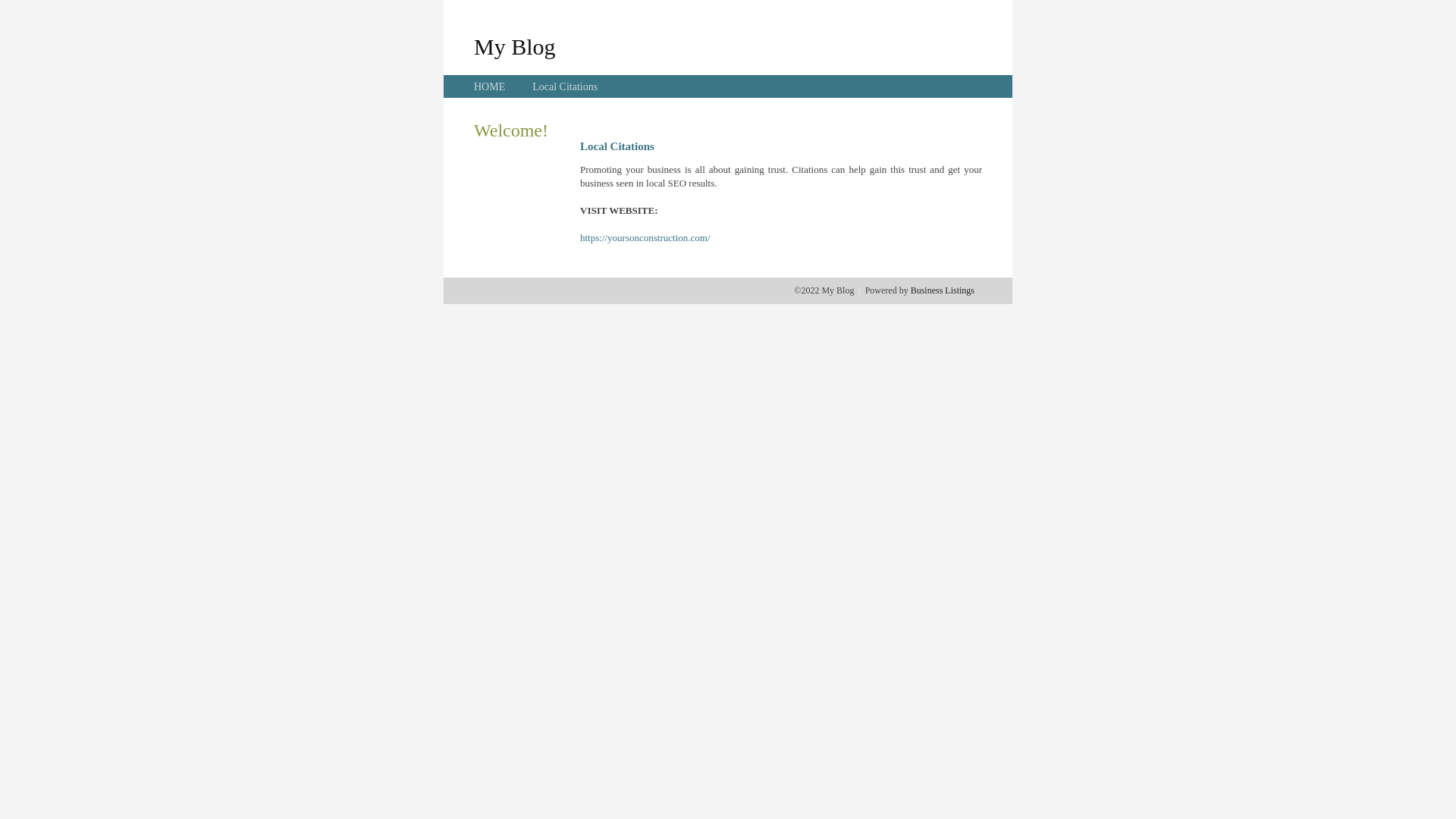  What do you see at coordinates (910, 290) in the screenshot?
I see `'Business Listings'` at bounding box center [910, 290].